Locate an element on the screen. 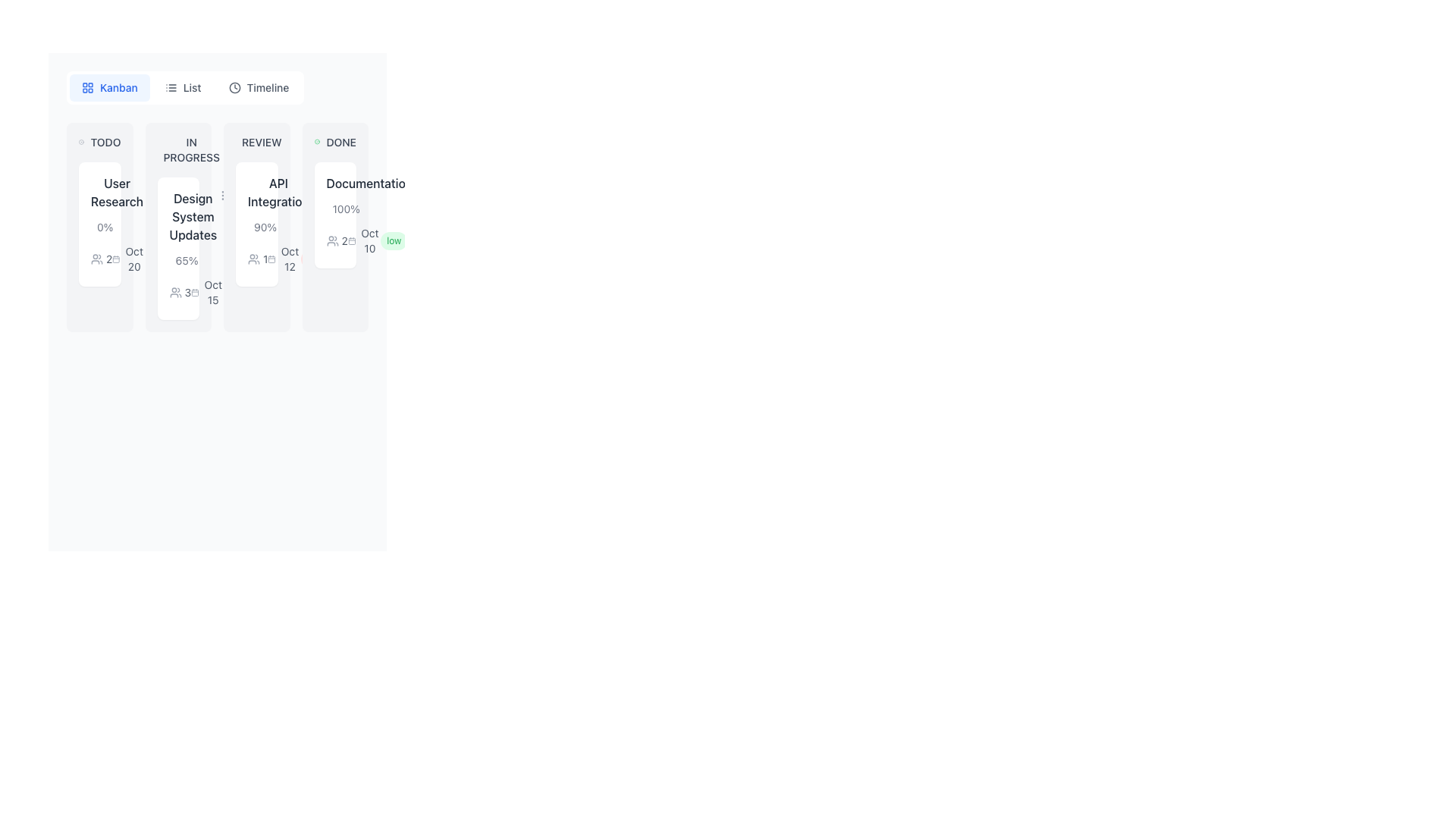  the task card located in the 'TODO' column of the Kanban board is located at coordinates (99, 224).